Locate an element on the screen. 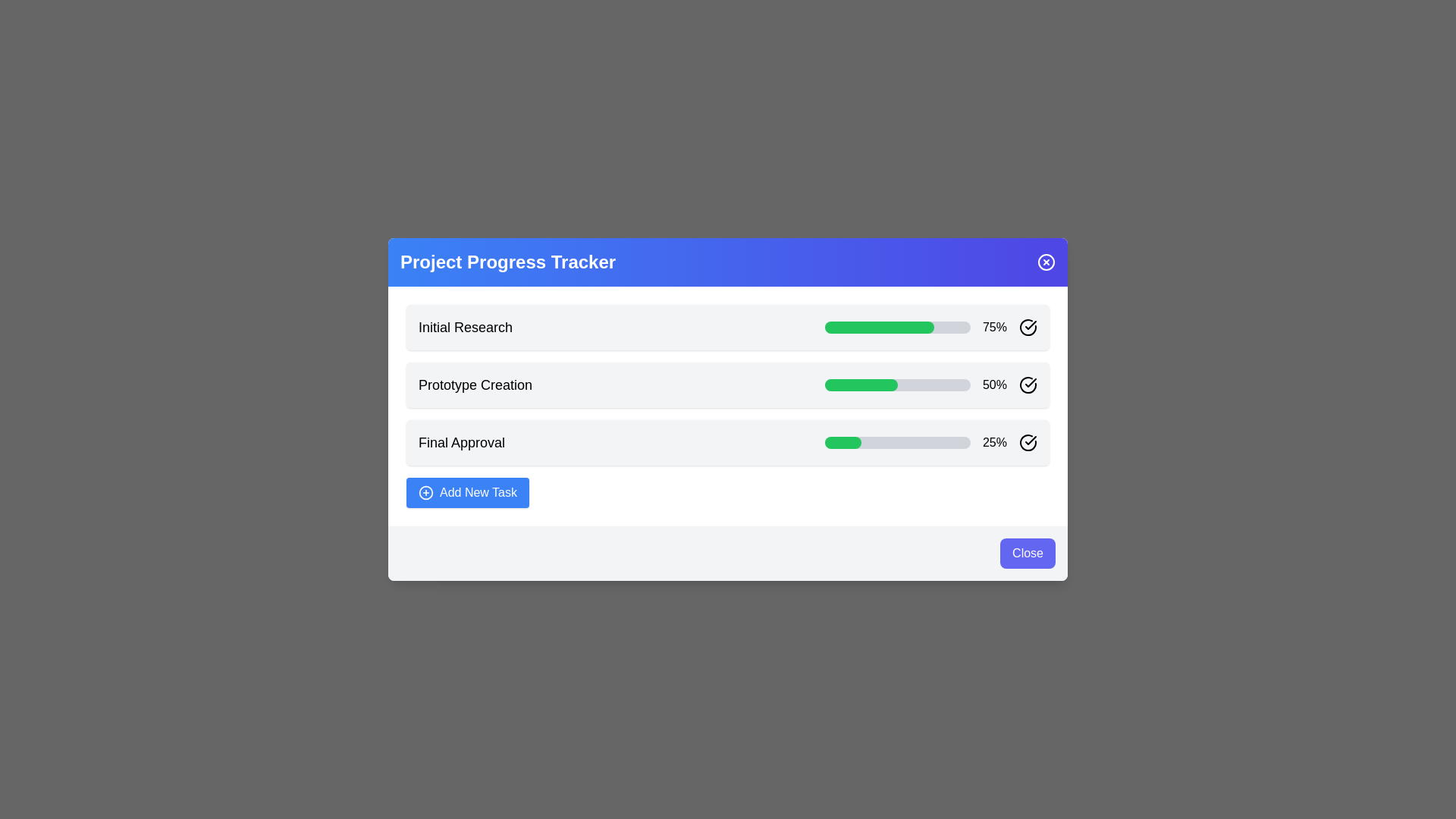 This screenshot has width=1456, height=819. the text label displaying 'Project Progress Tracker' in bold white font on a blue gradient background, positioned at the top of the panel is located at coordinates (508, 262).